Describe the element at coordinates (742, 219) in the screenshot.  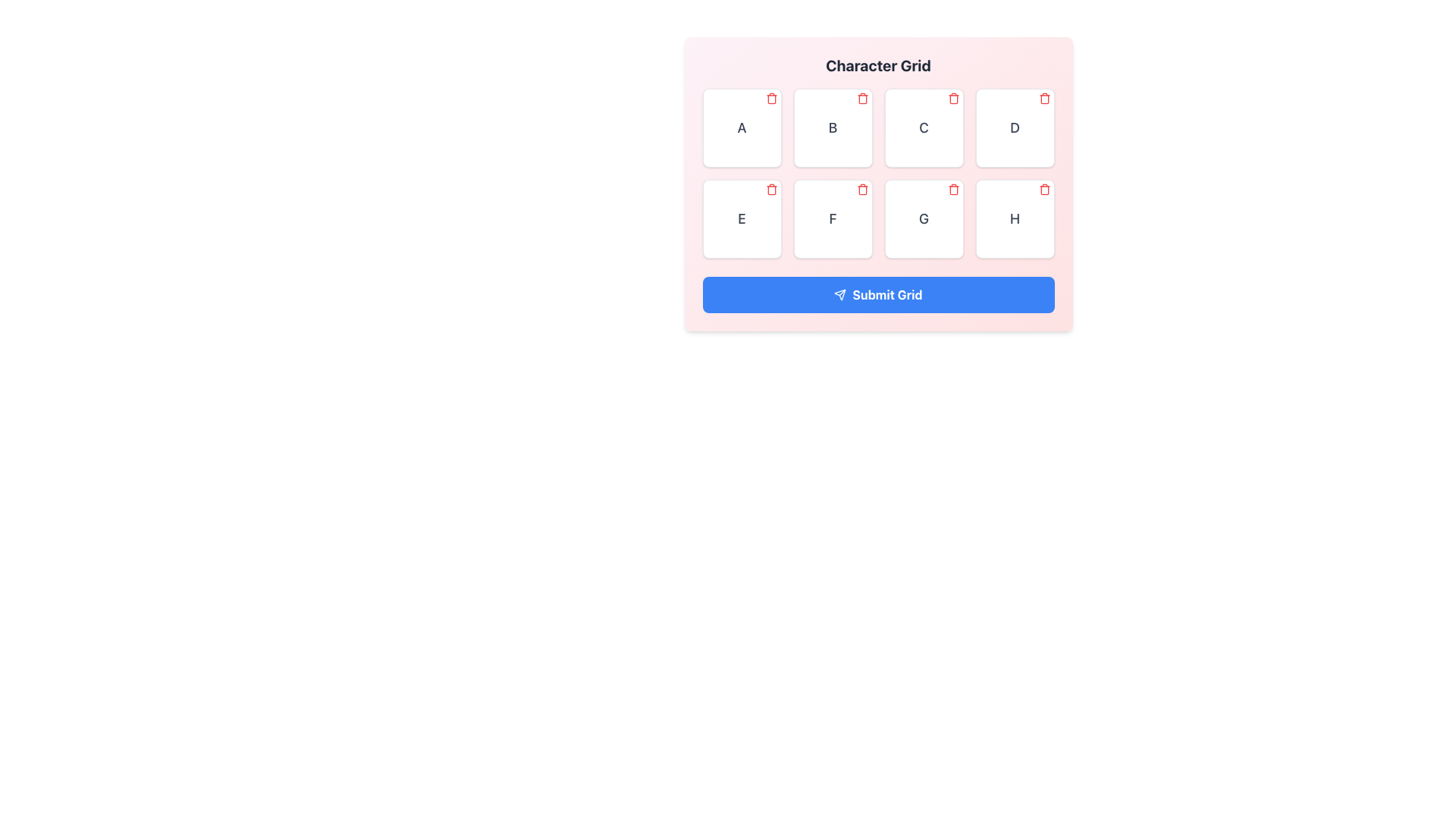
I see `the white square grid cell in the second row and first column, which contains a bold letter 'E'` at that location.